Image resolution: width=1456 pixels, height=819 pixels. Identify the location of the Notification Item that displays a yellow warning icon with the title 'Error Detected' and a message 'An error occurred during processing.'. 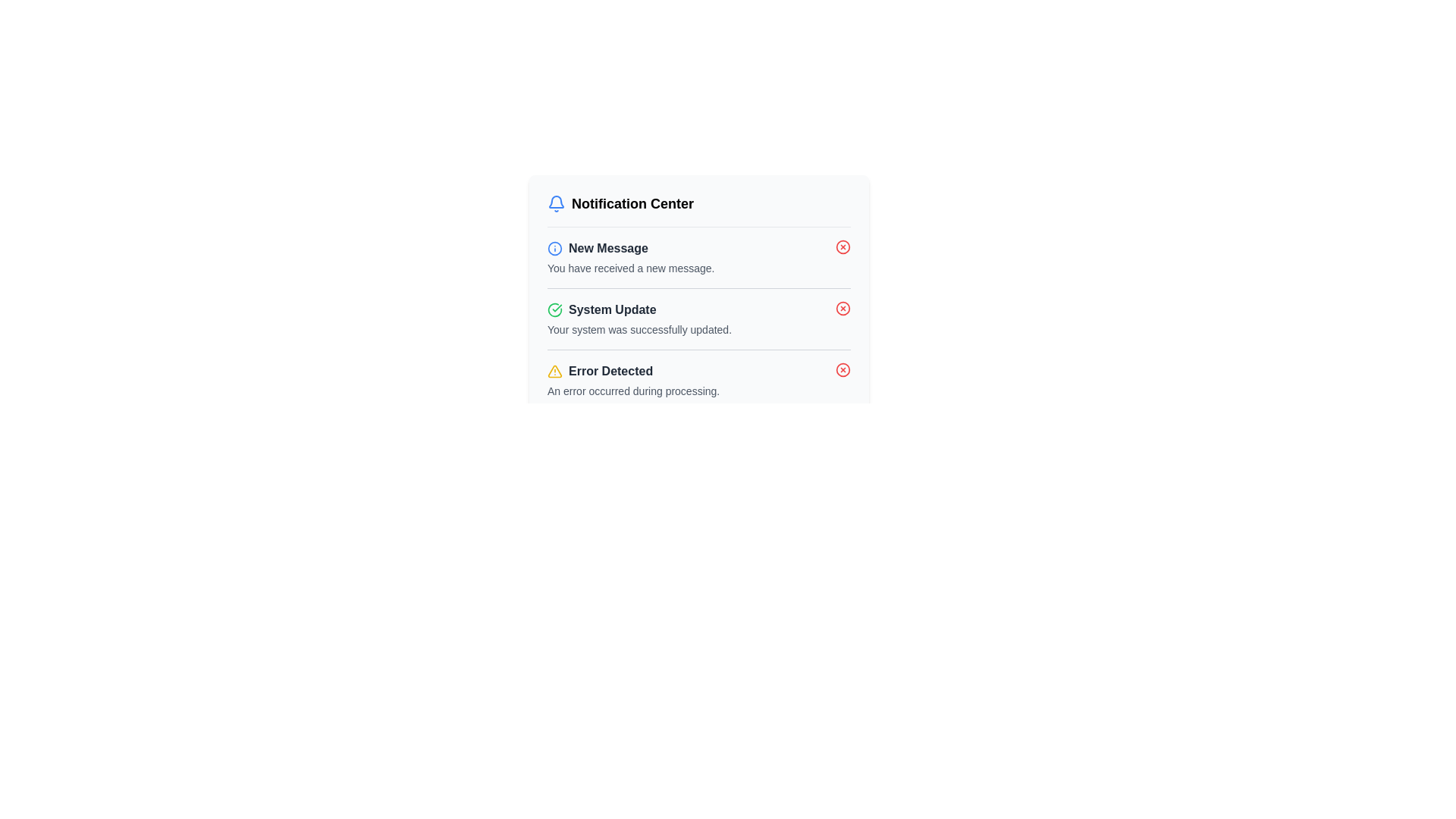
(633, 379).